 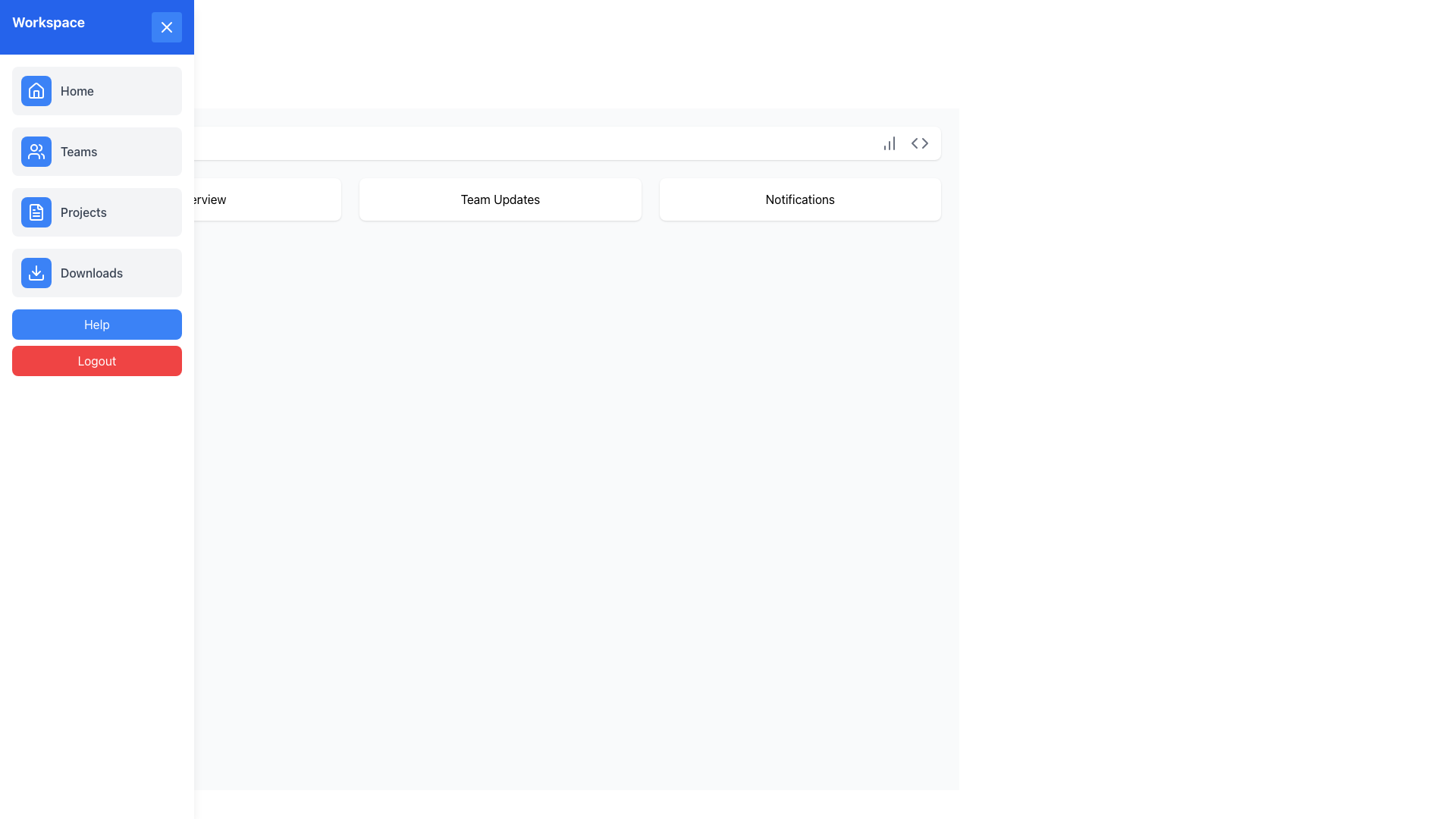 I want to click on the close icon represented by an 'X' within a circular blue button in the top-left area of the application's sidebar, so click(x=30, y=30).